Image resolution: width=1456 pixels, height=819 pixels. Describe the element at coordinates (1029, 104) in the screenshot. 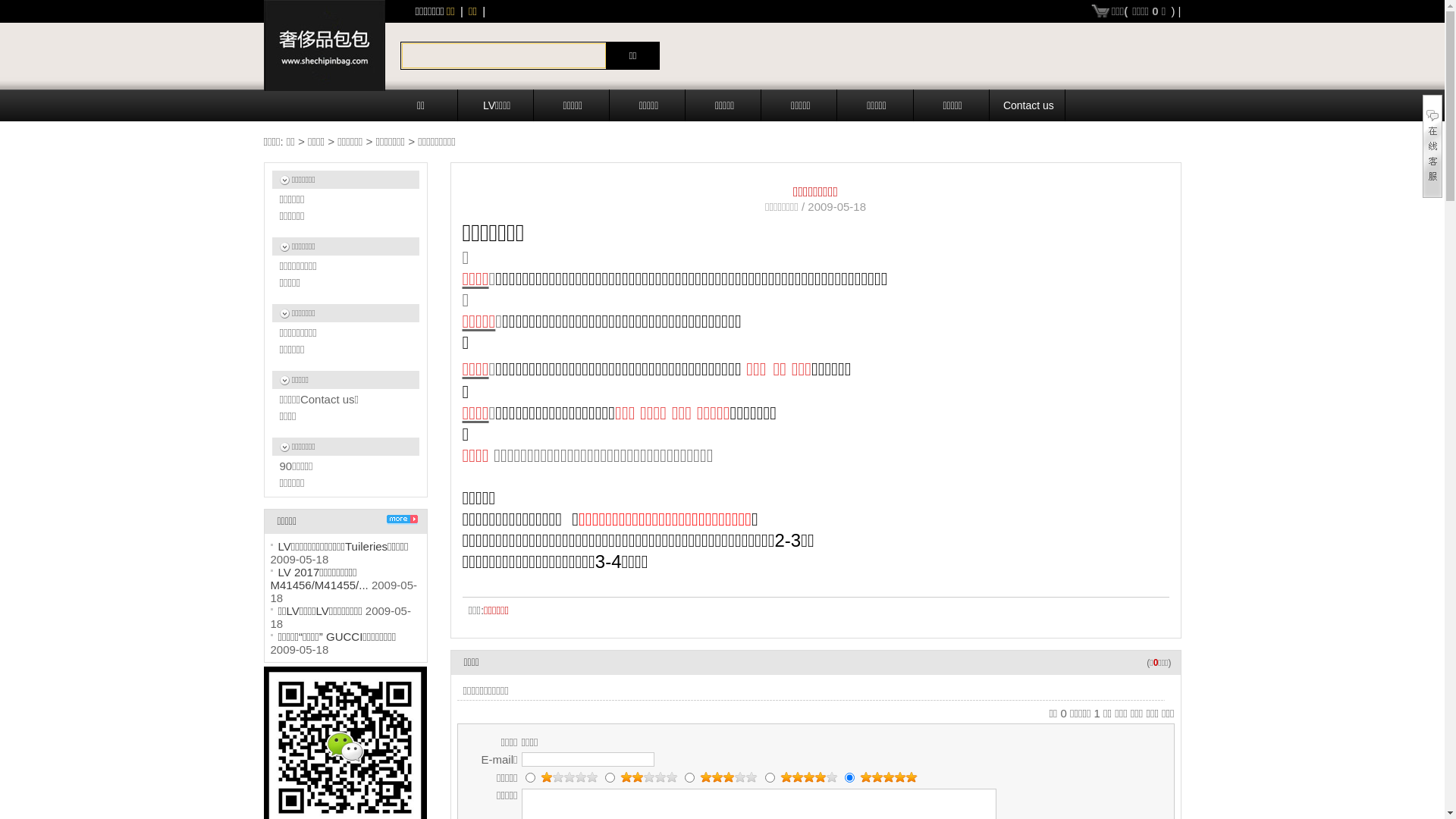

I see `'Contact us'` at that location.